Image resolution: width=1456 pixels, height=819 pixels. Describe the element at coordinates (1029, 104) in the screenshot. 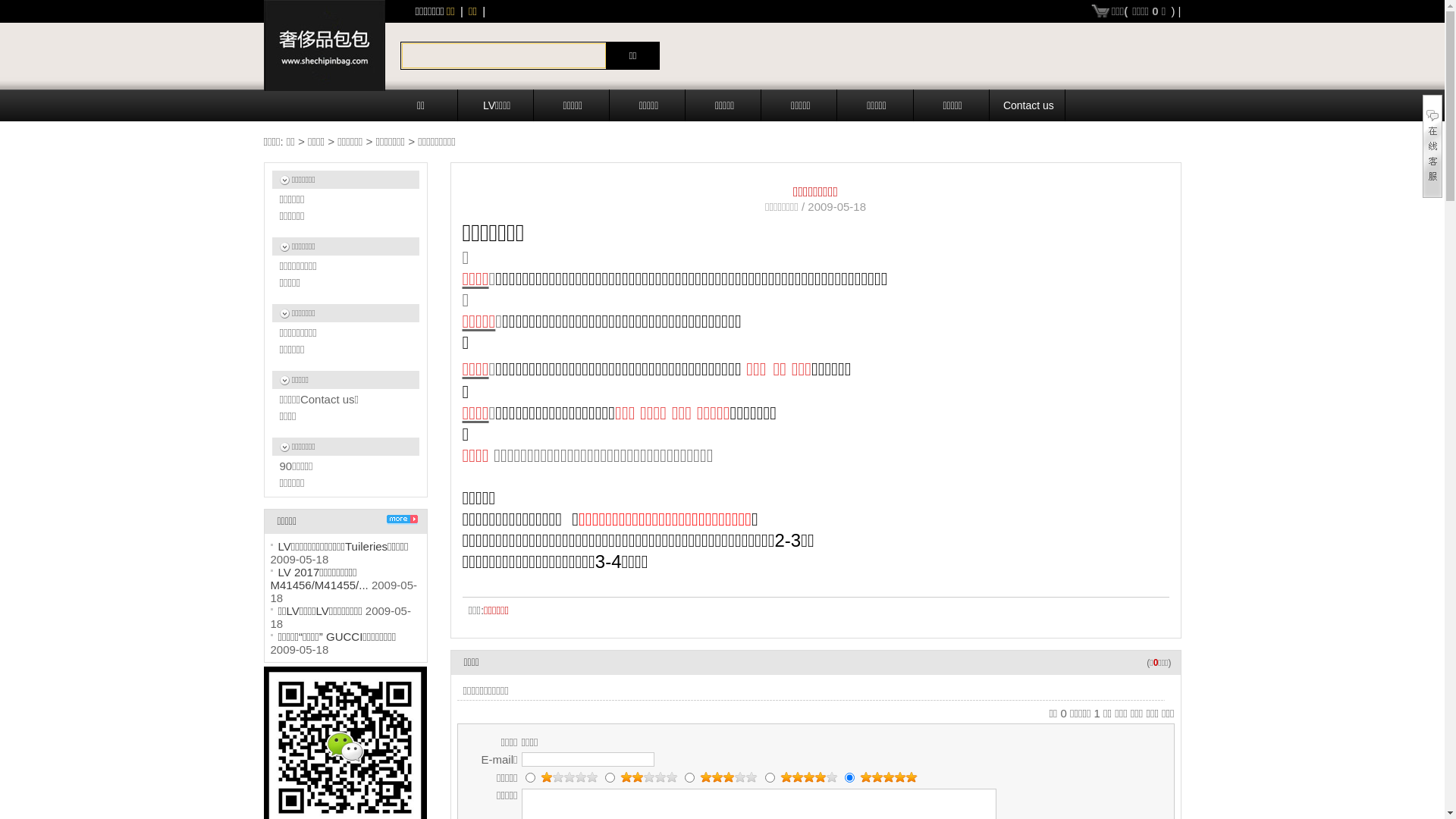

I see `'Contact us'` at that location.